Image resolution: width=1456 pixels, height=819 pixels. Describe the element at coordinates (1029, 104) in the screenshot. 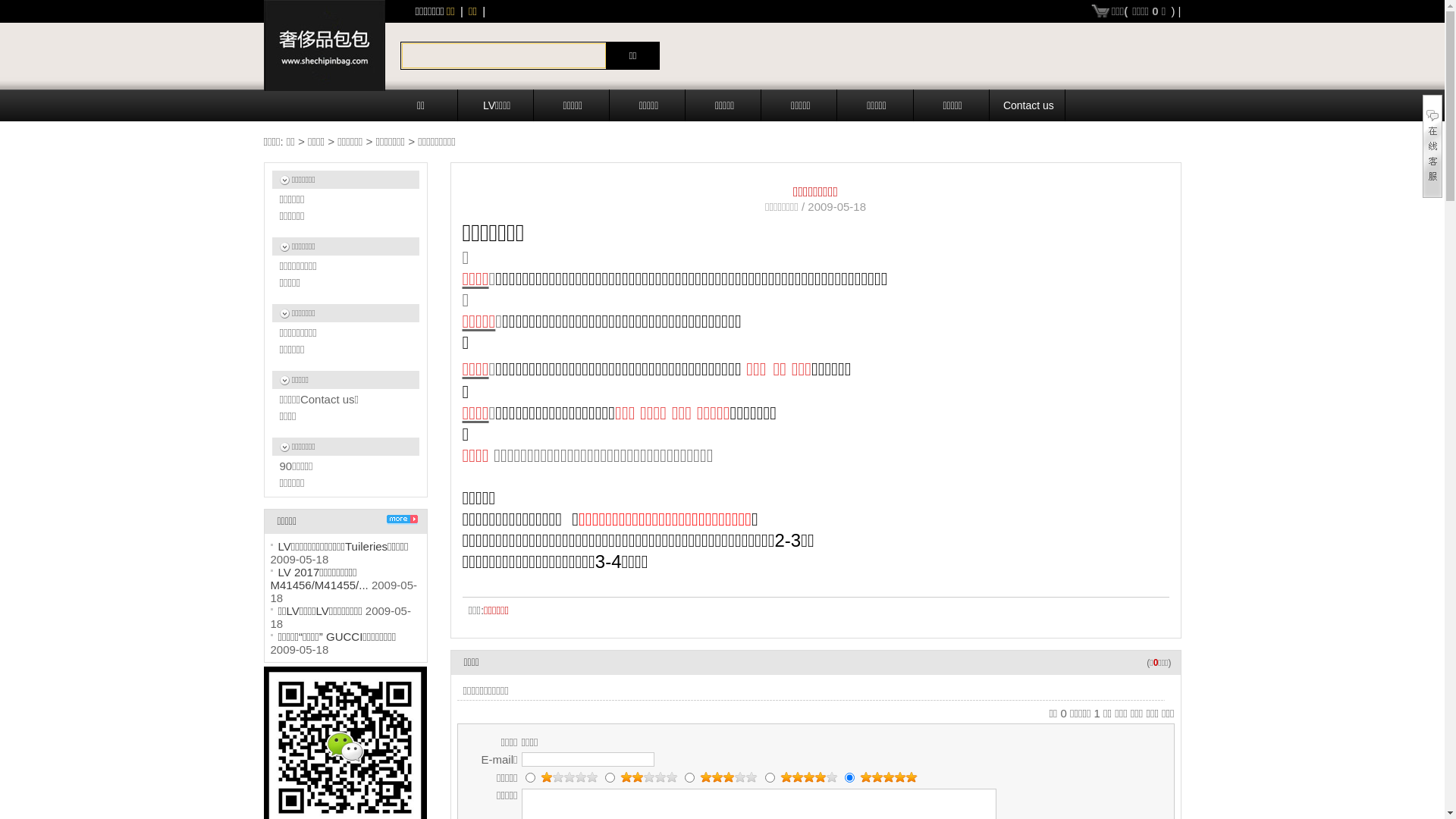

I see `'Contact us'` at that location.